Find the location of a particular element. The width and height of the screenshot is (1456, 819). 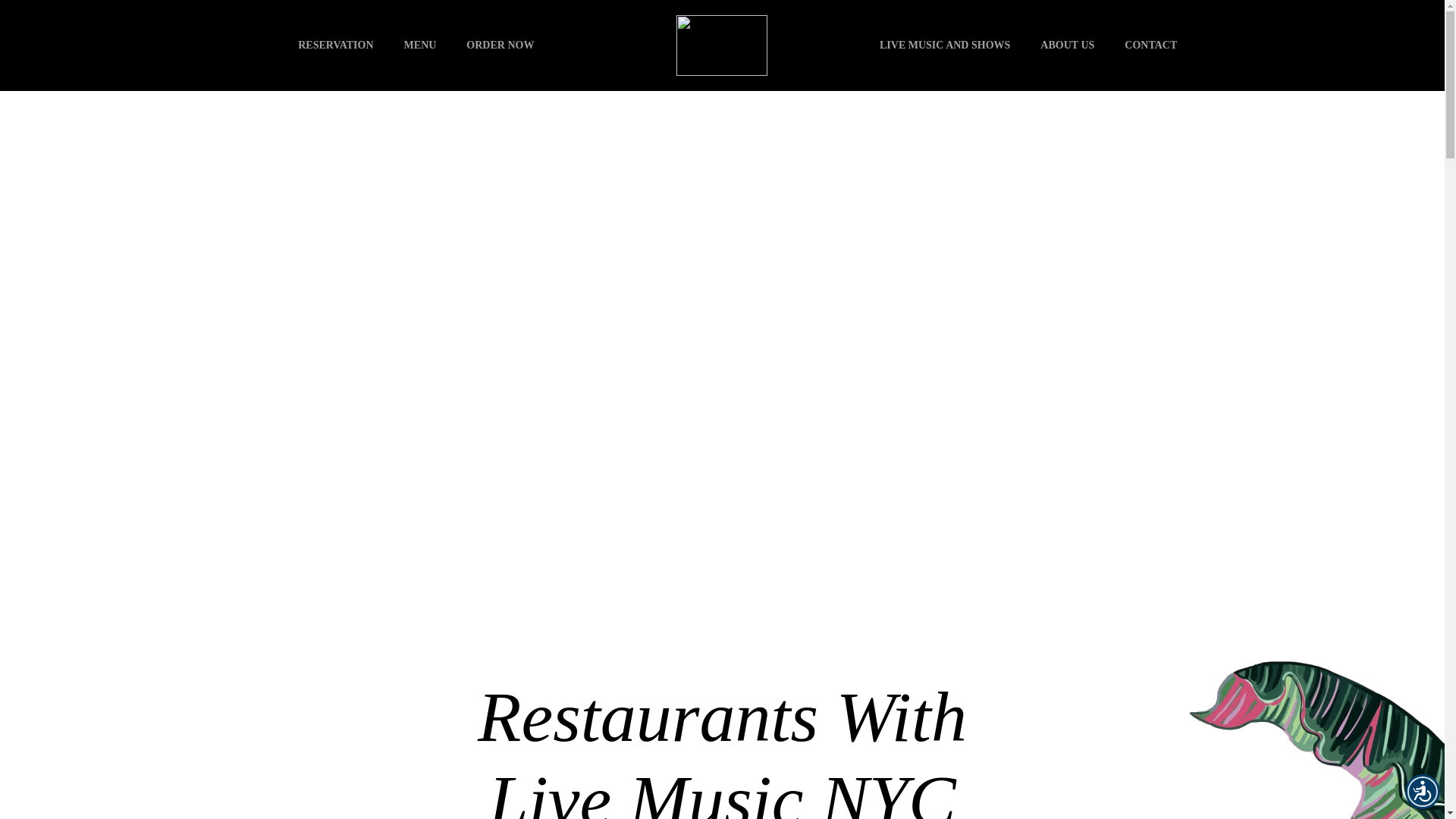

'RESERVATION' is located at coordinates (334, 45).